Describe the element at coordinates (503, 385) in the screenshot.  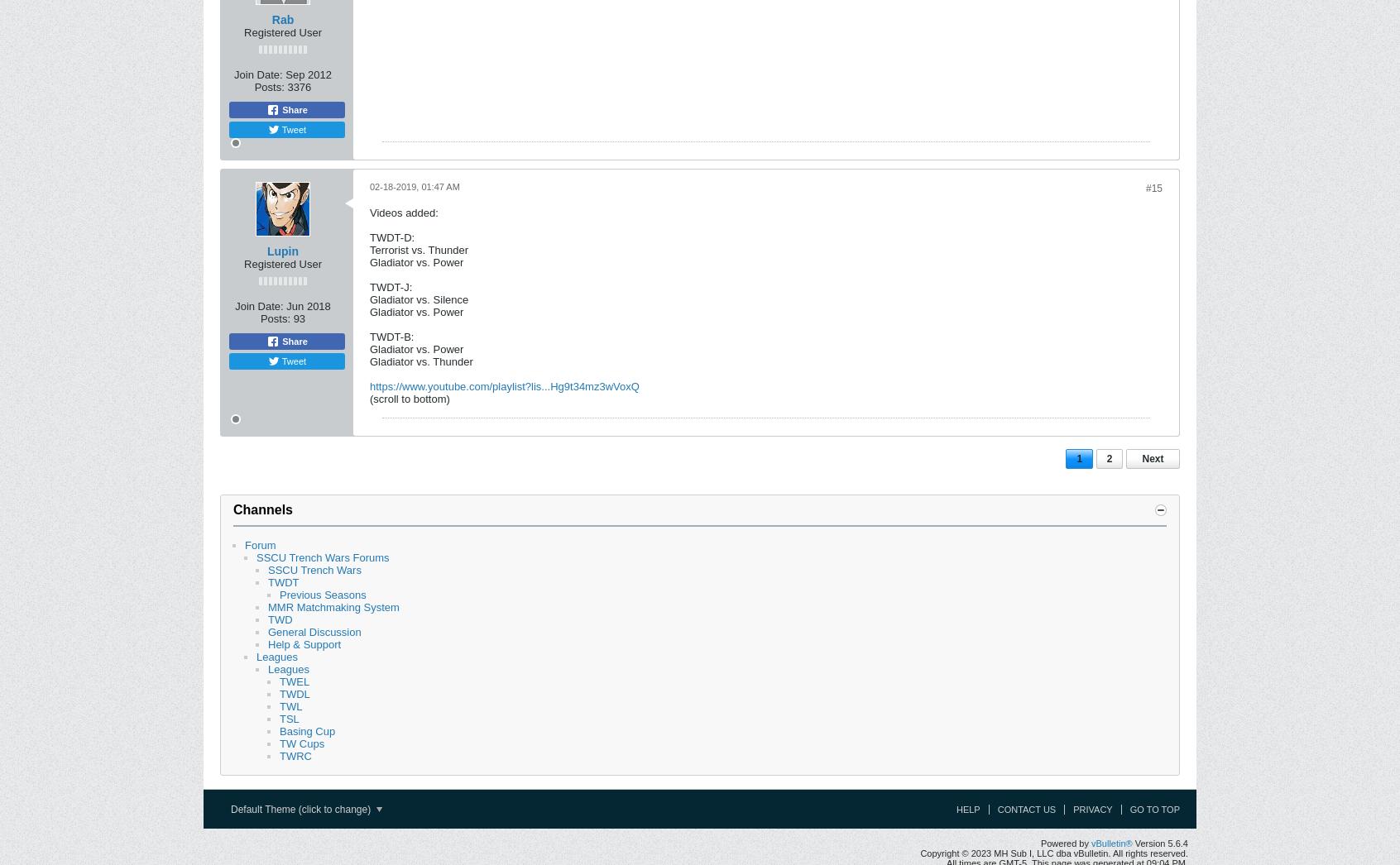
I see `'https://www.youtube.com/playlist?lis...Hg9t34mz3wVoxQ'` at that location.